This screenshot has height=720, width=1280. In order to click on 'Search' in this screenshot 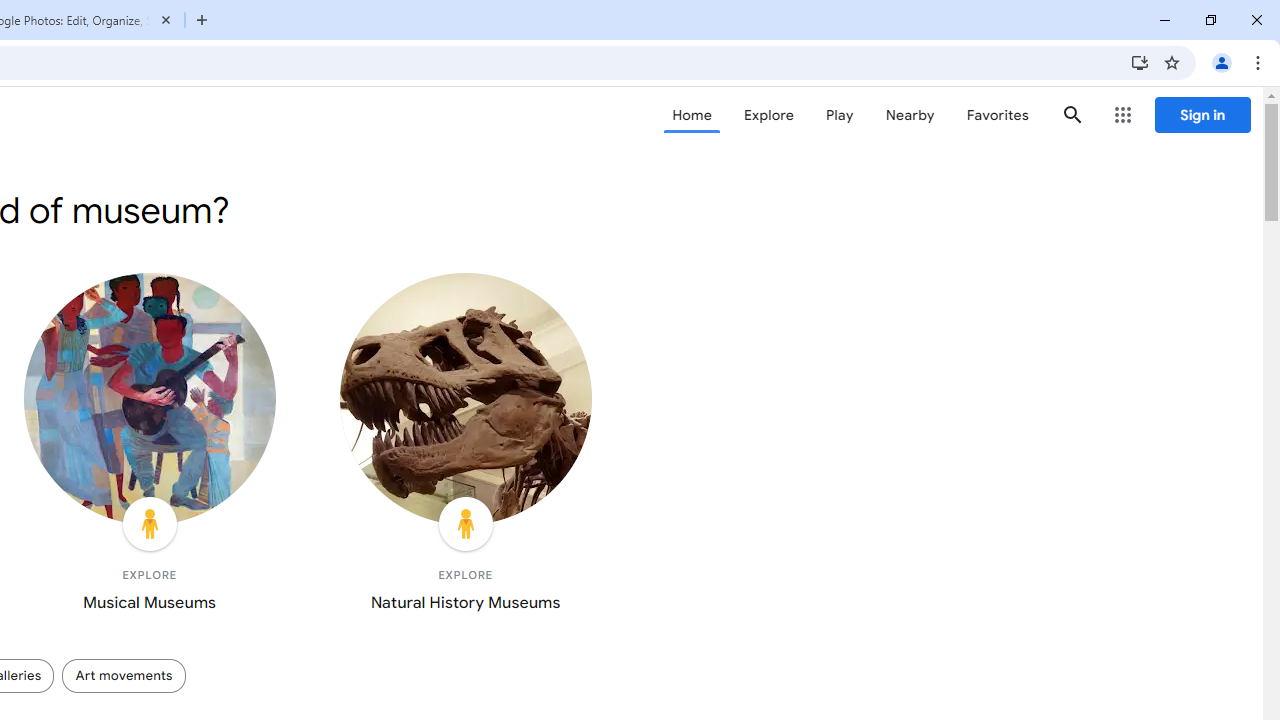, I will do `click(1072, 114)`.